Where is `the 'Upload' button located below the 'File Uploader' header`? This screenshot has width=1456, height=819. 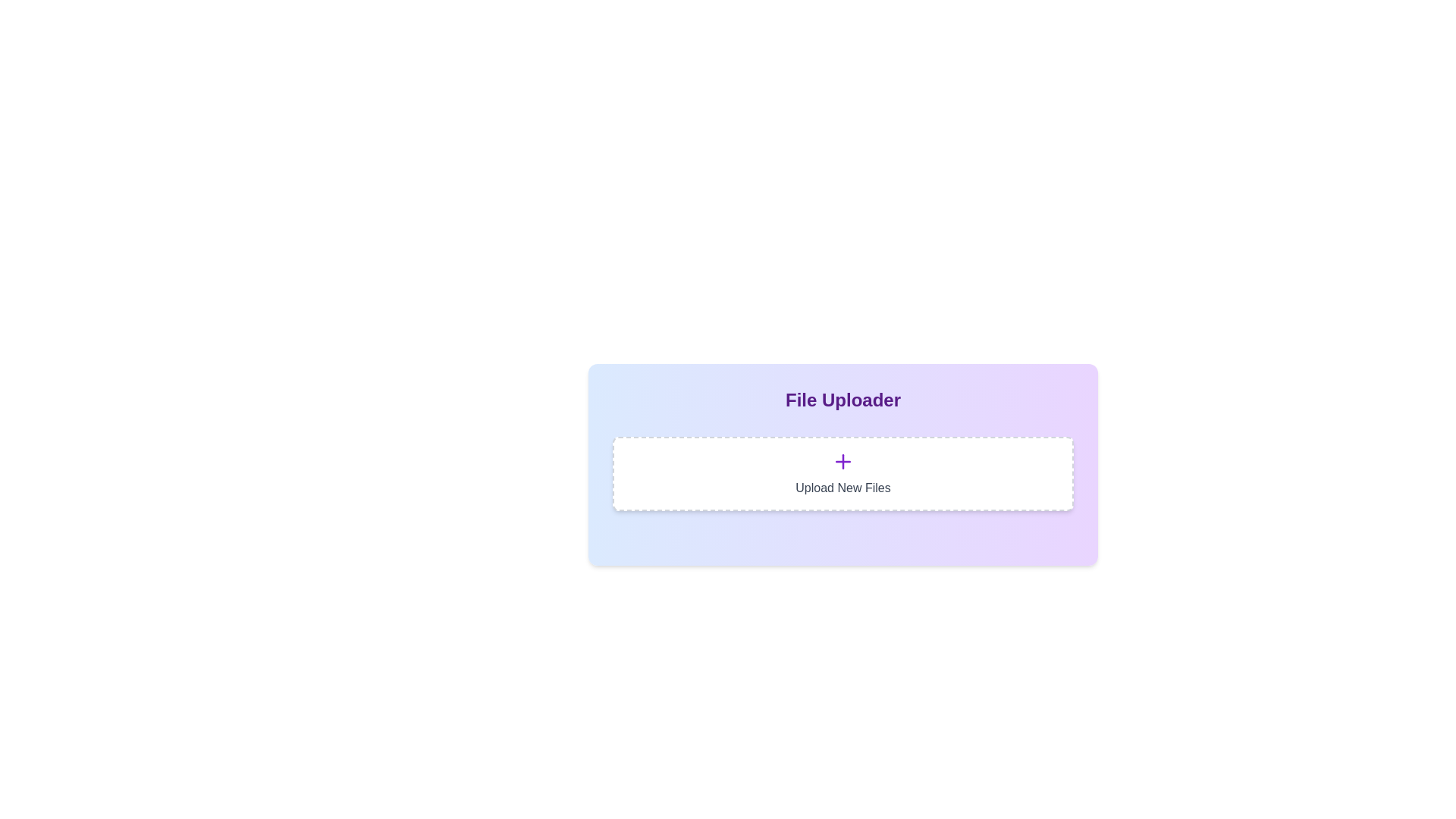
the 'Upload' button located below the 'File Uploader' header is located at coordinates (843, 472).